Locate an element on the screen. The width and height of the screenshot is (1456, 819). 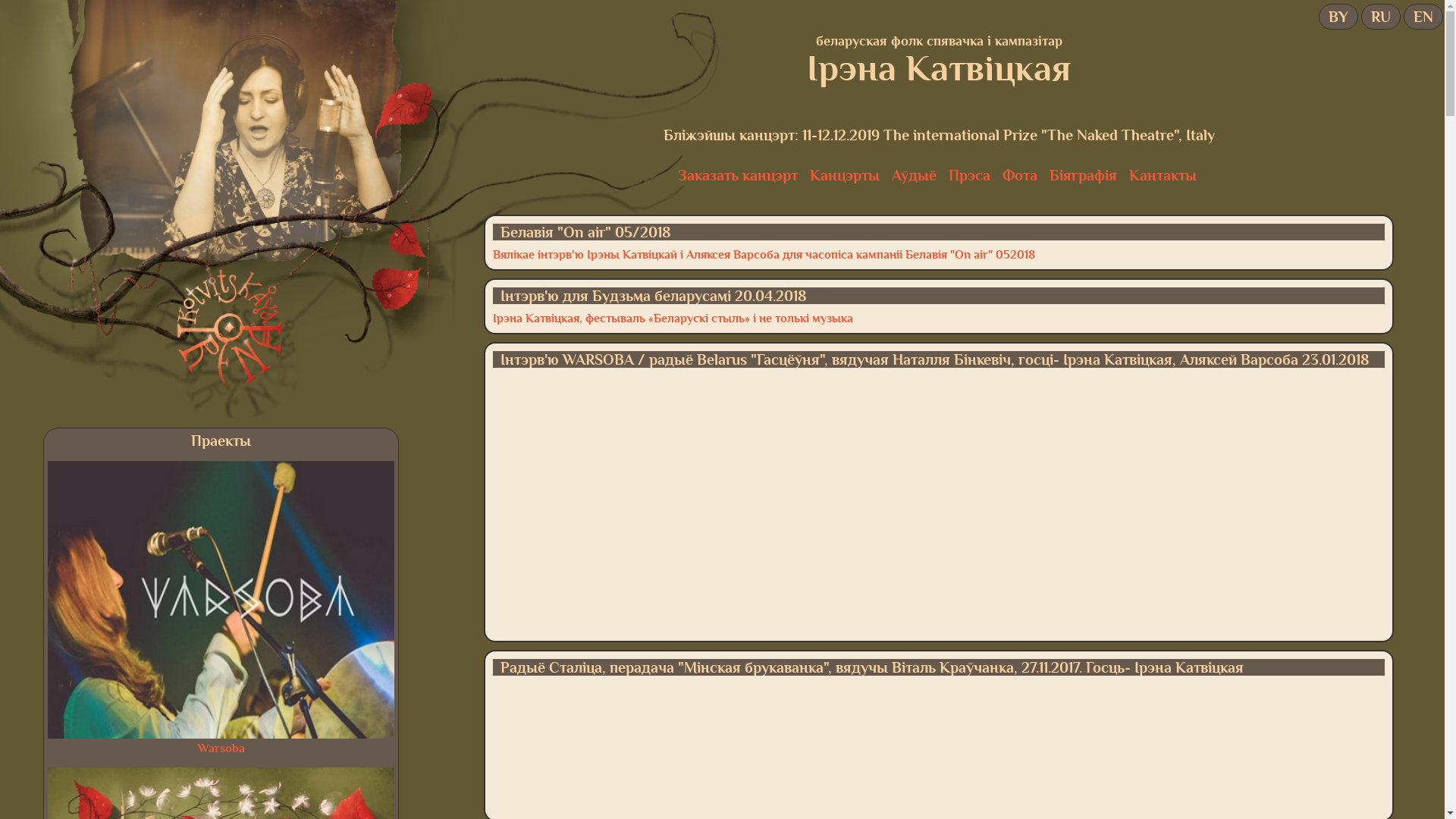
'BY' is located at coordinates (1338, 17).